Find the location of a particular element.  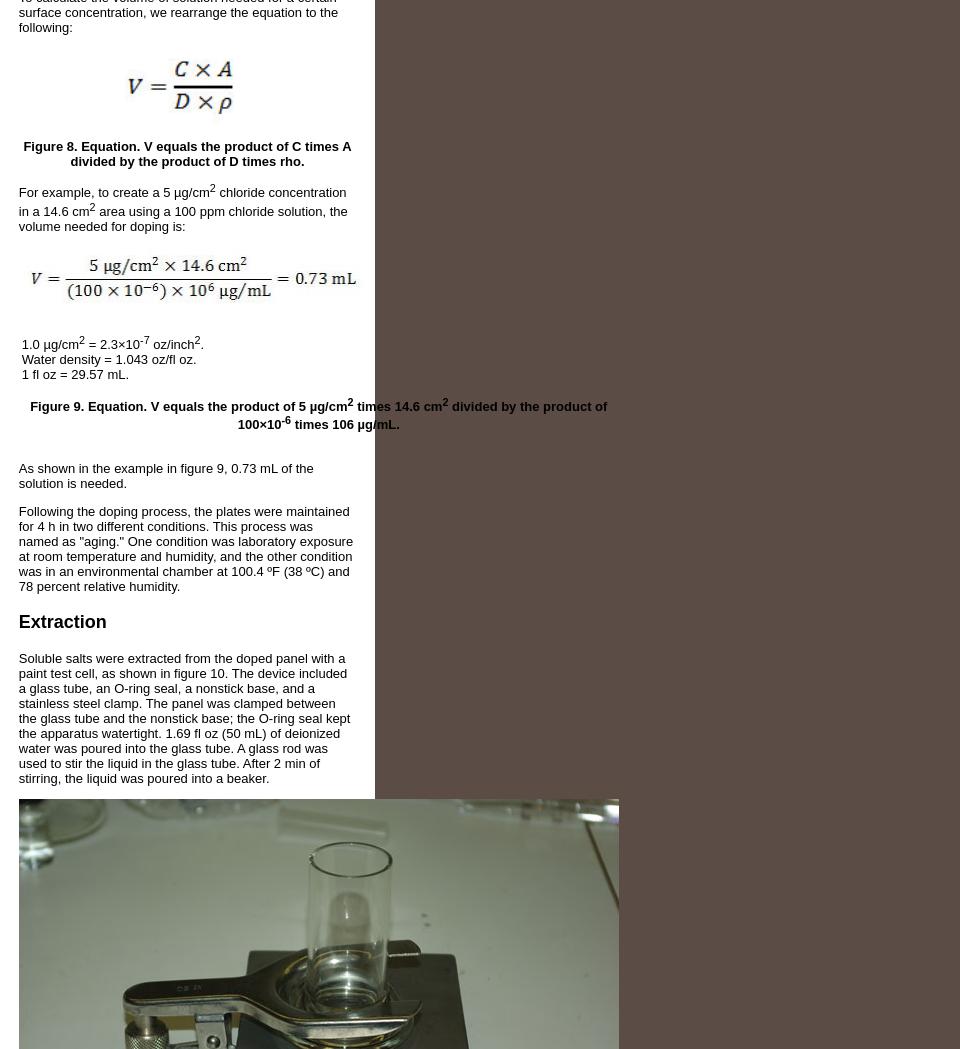

'As shown in the example in figure 9, 0.73 mL of the solution is needed.' is located at coordinates (16, 476).